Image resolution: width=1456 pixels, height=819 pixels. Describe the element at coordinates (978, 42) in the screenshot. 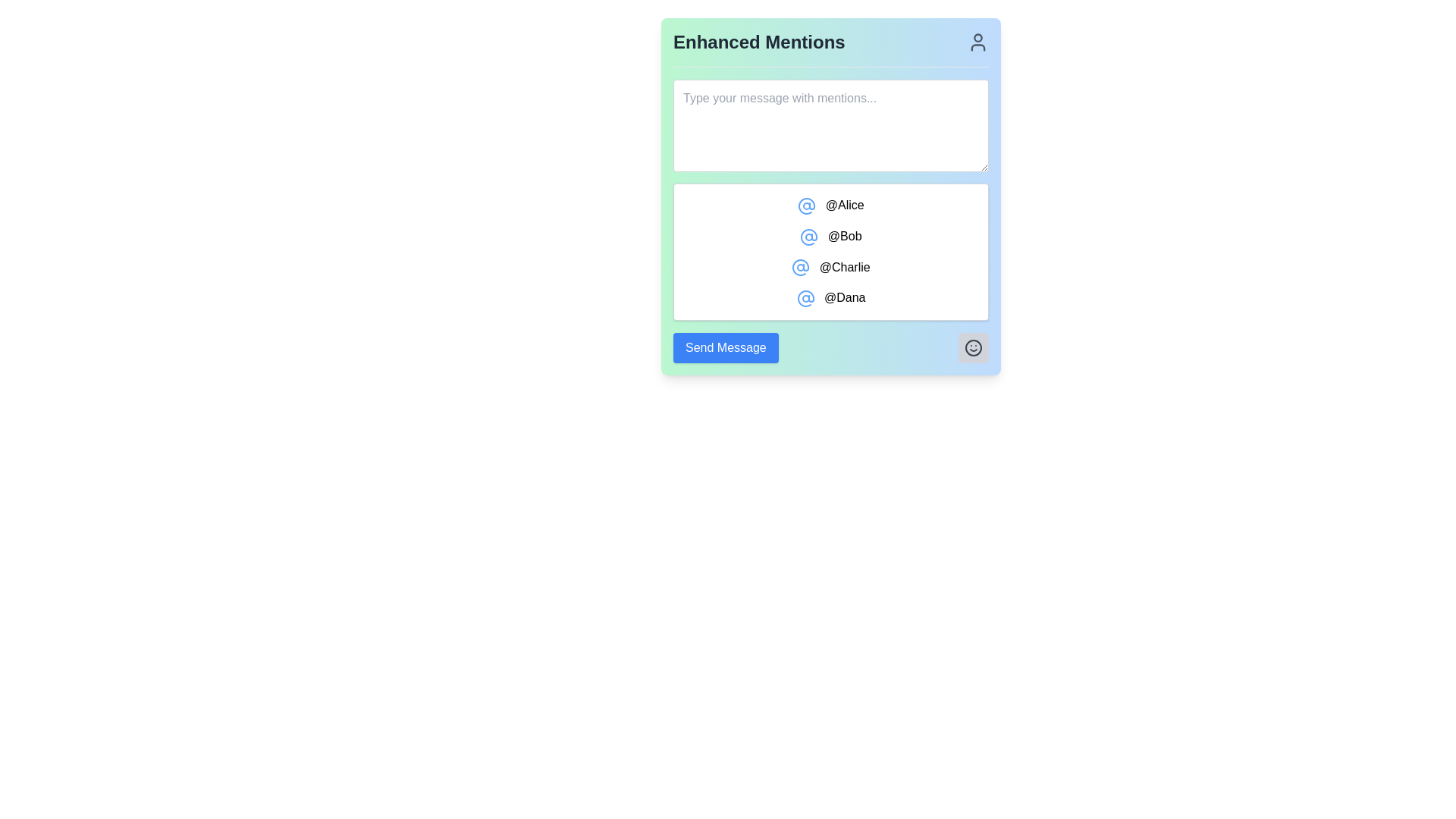

I see `the user-related icon located at the top-right corner of the 'Enhanced Mentions' header` at that location.